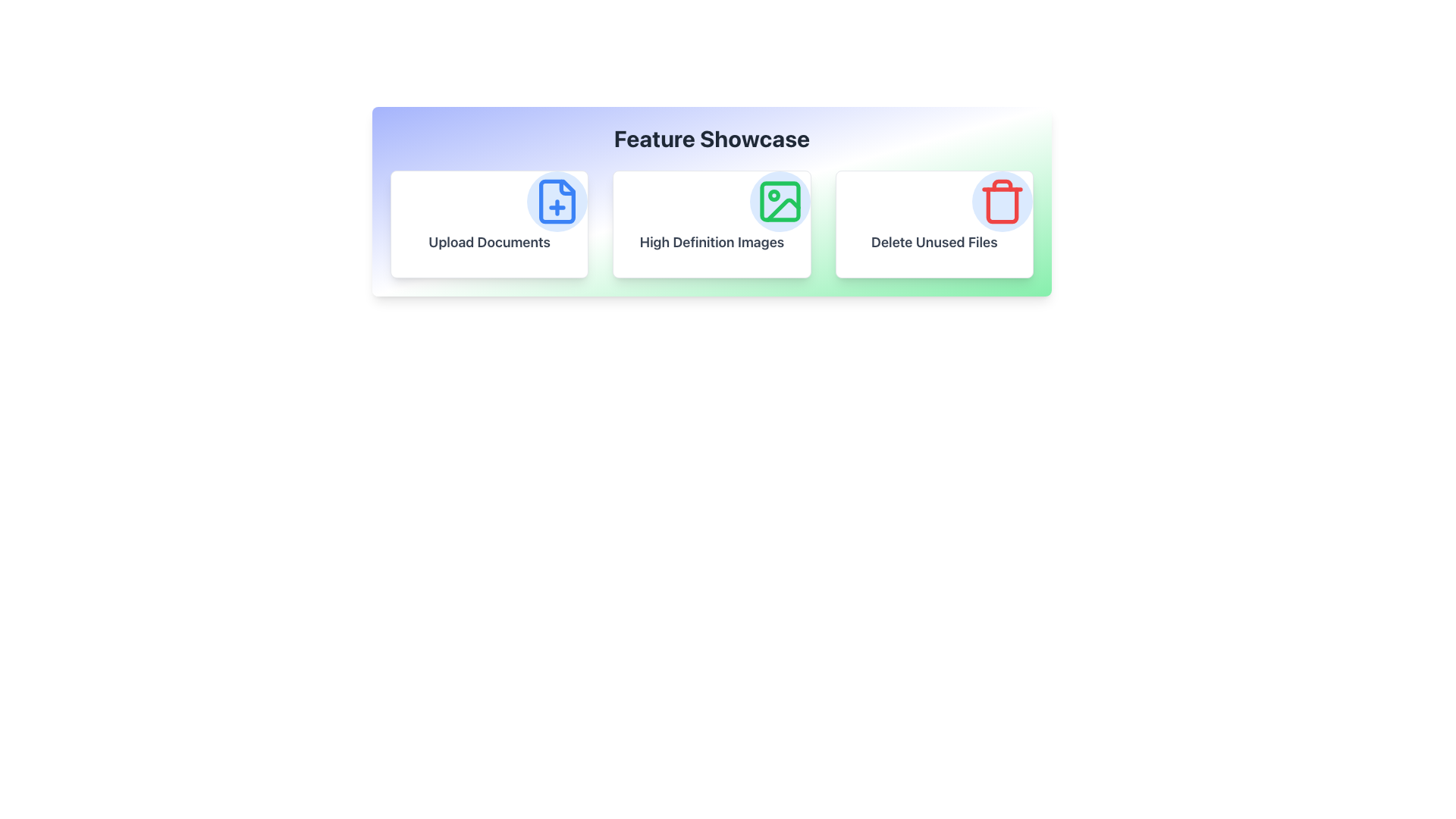 Image resolution: width=1456 pixels, height=819 pixels. What do you see at coordinates (780, 201) in the screenshot?
I see `the Decorative Icon, a circular icon with a light blue background and a green stylized photo symbol, located in the top-right corner of the 'High Definition Images' card` at bounding box center [780, 201].